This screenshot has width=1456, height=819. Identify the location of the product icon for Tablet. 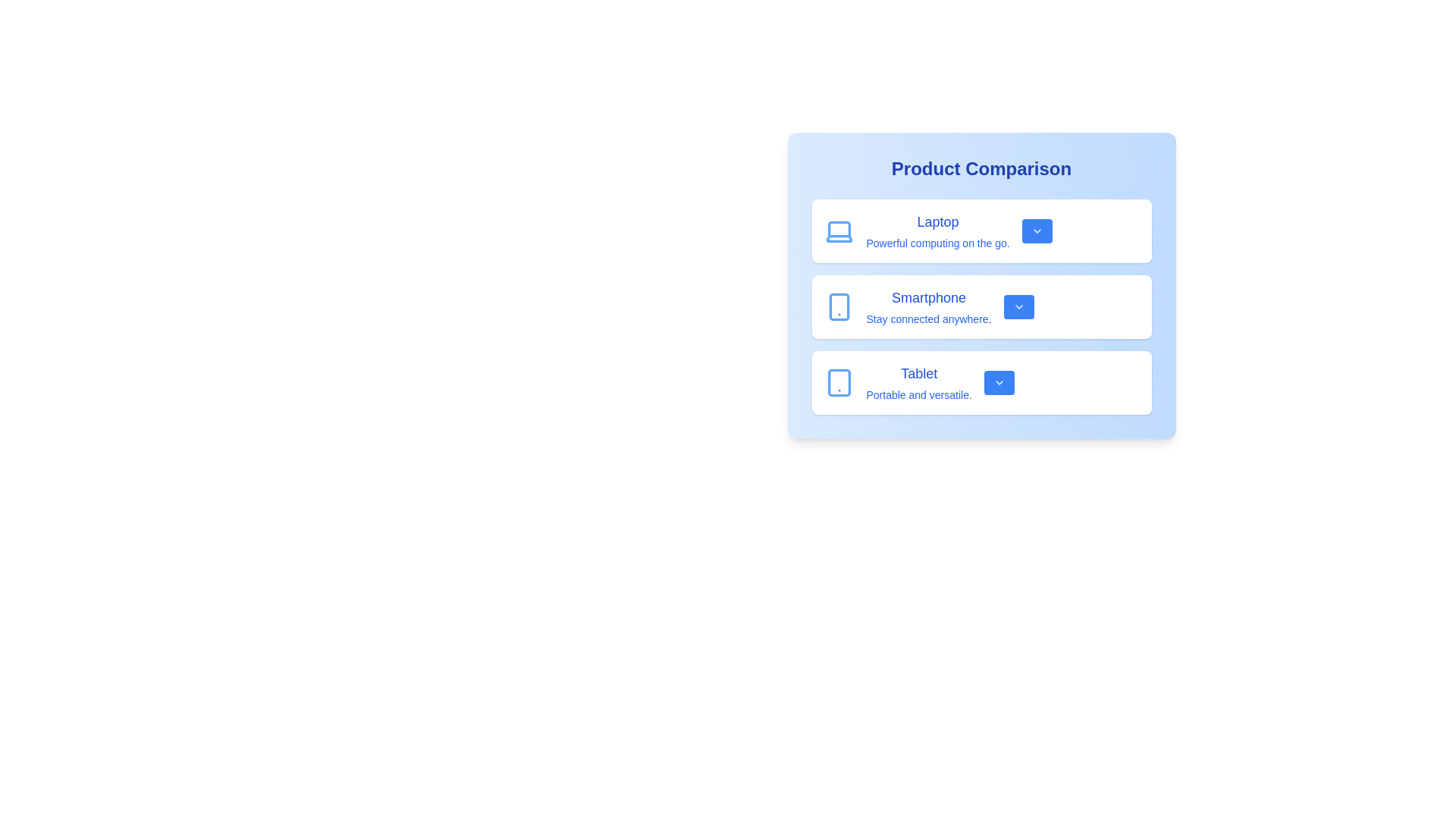
(838, 382).